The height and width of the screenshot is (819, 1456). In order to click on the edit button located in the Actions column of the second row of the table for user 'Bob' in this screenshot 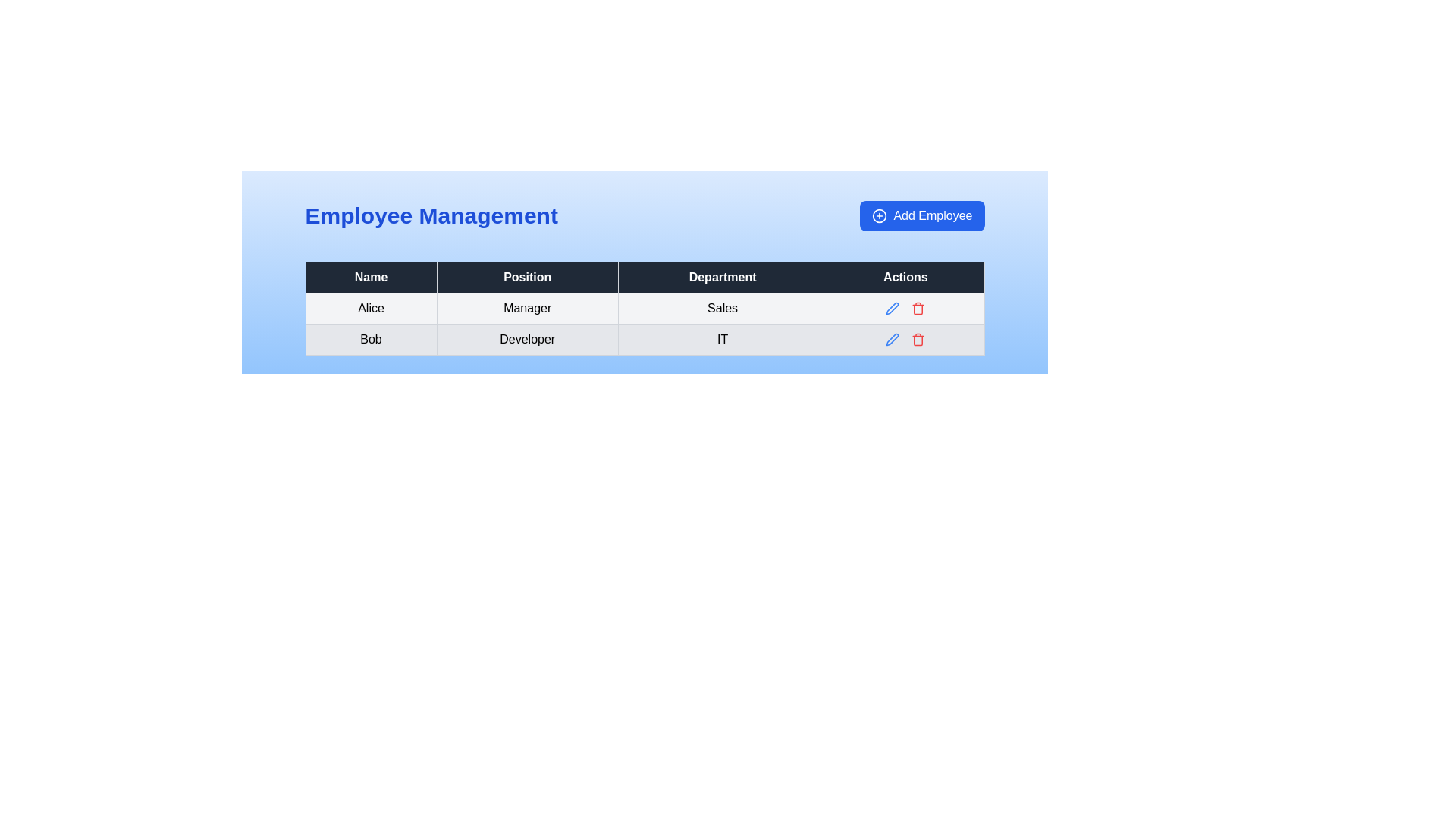, I will do `click(893, 308)`.